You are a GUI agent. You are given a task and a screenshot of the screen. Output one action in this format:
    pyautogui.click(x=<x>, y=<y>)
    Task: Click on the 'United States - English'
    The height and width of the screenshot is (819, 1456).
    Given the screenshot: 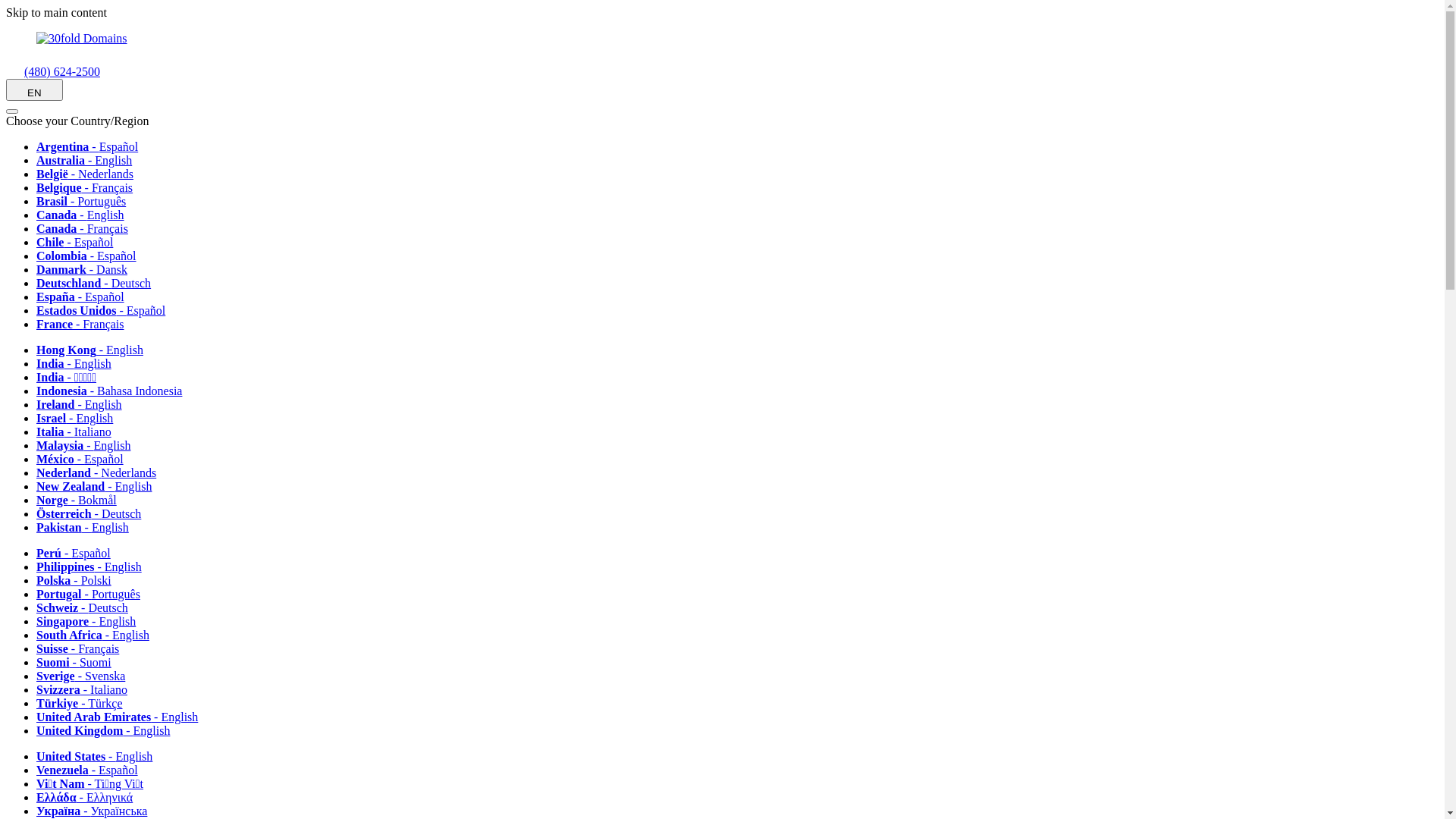 What is the action you would take?
    pyautogui.click(x=99, y=756)
    